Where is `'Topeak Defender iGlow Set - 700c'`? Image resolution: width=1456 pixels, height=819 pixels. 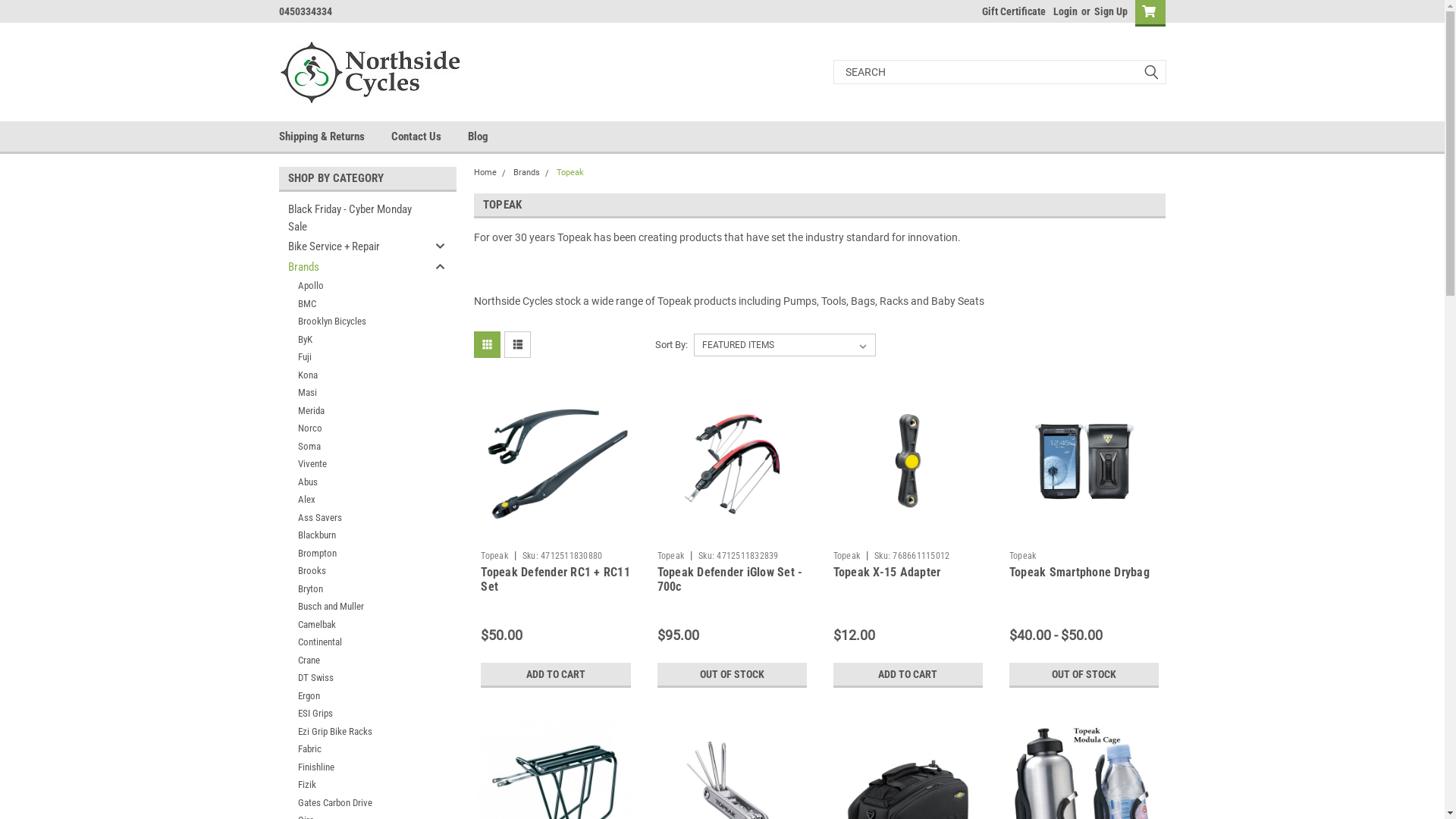
'Topeak Defender iGlow Set - 700c' is located at coordinates (657, 579).